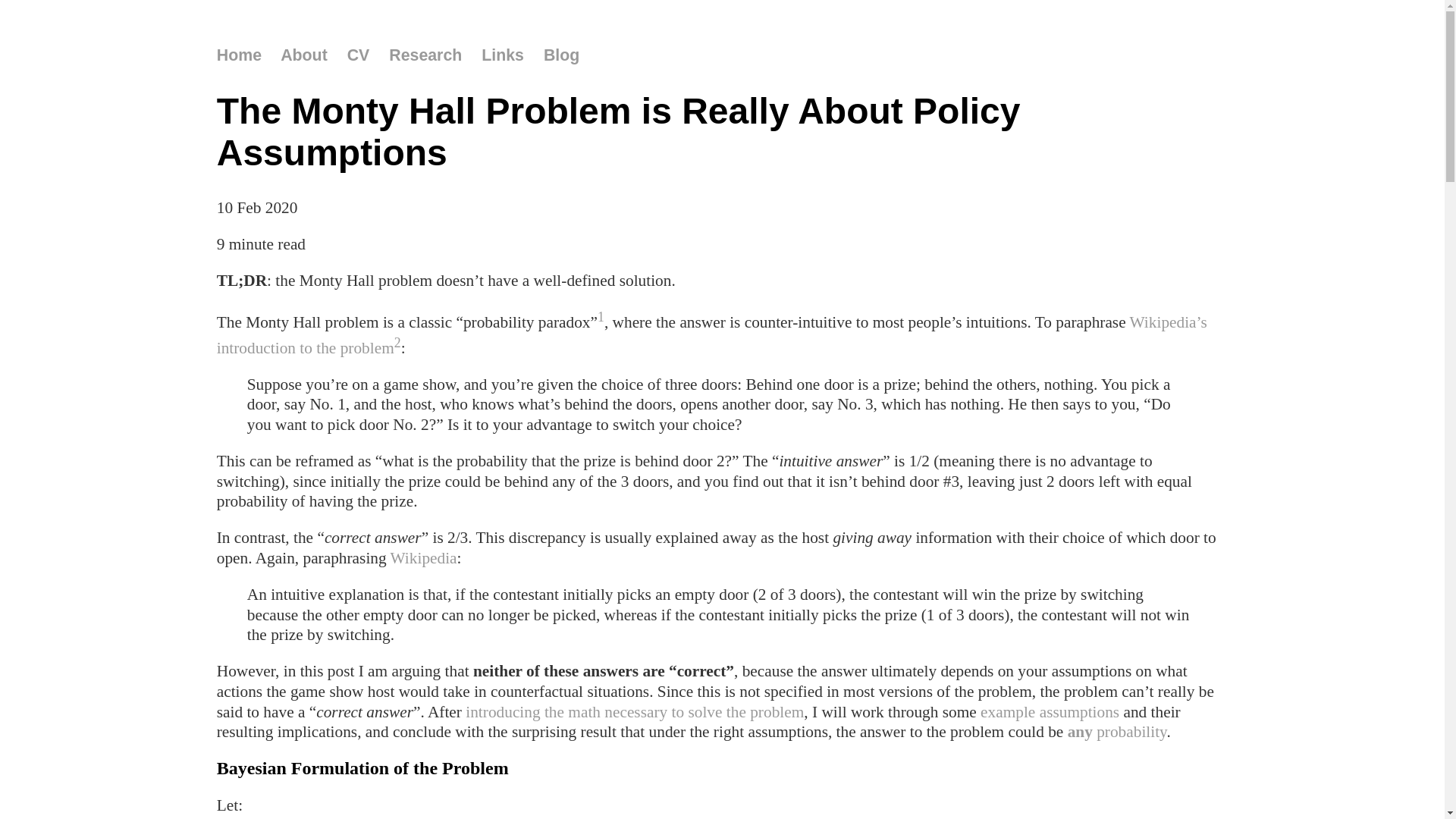 This screenshot has height=819, width=1456. Describe the element at coordinates (1049, 711) in the screenshot. I see `'example assumptions'` at that location.